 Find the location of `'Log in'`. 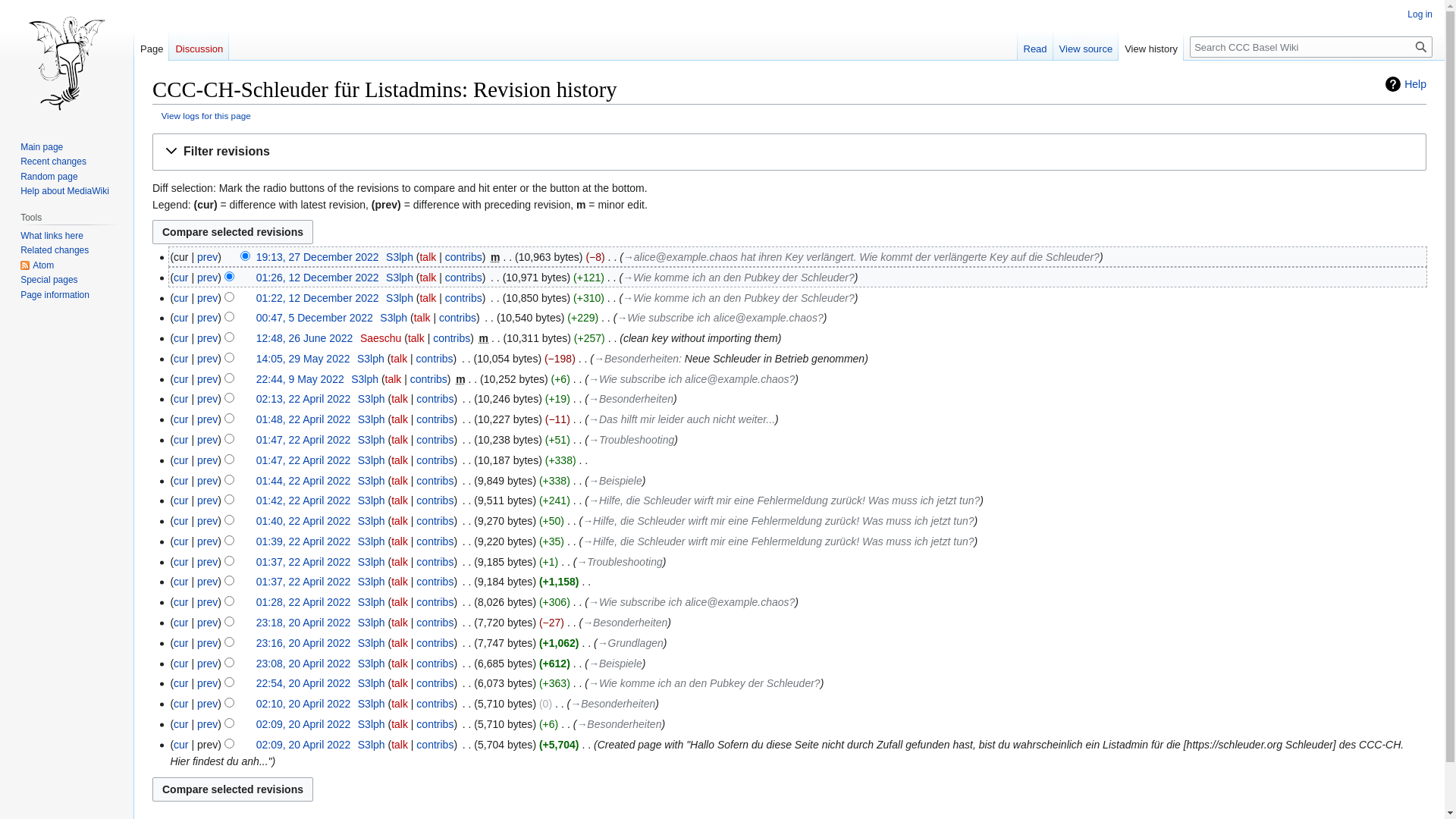

'Log in' is located at coordinates (1419, 14).